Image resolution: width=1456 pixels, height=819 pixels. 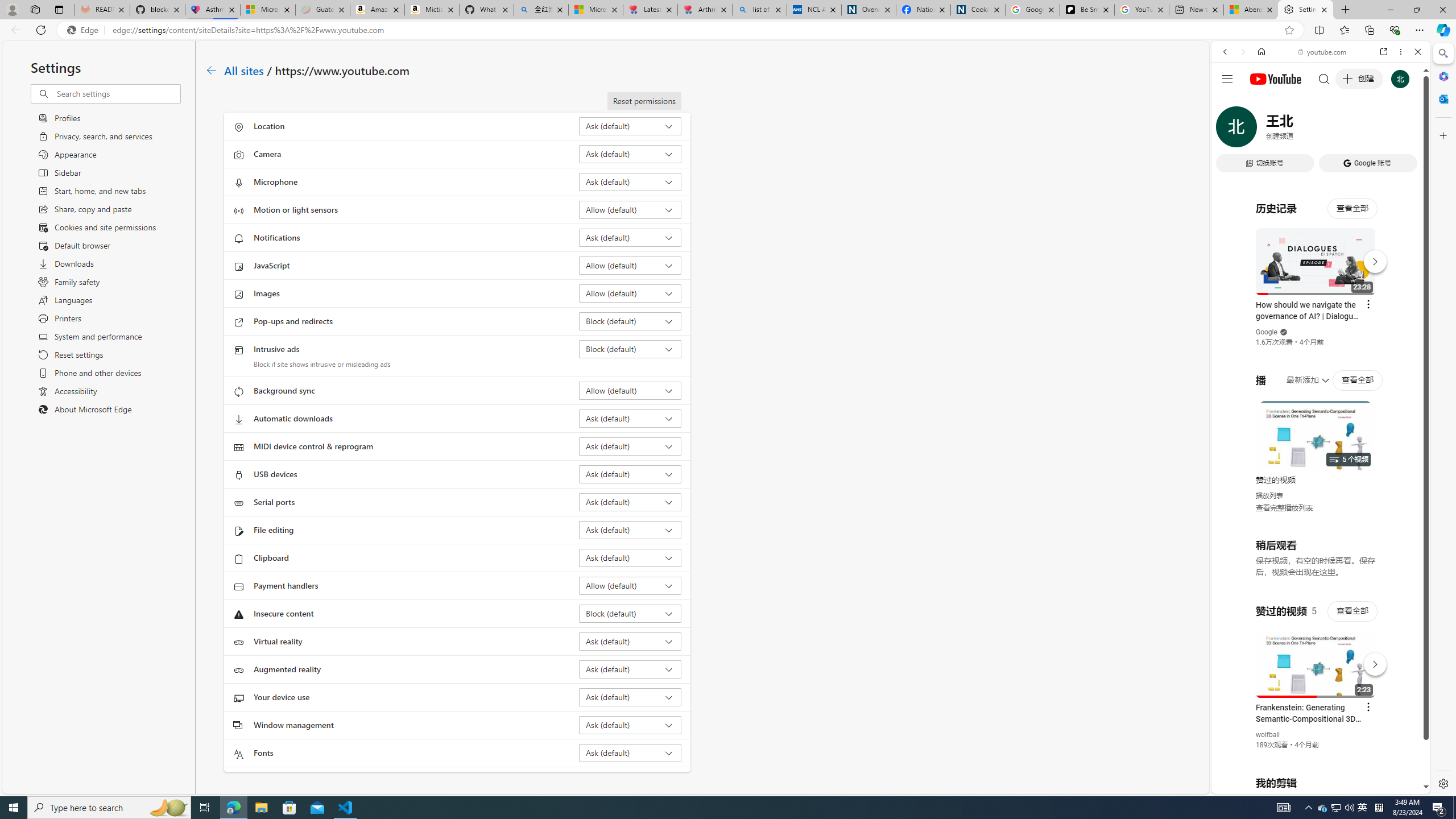 What do you see at coordinates (212, 9) in the screenshot?
I see `'Asthma Inhalers: Names and Types'` at bounding box center [212, 9].